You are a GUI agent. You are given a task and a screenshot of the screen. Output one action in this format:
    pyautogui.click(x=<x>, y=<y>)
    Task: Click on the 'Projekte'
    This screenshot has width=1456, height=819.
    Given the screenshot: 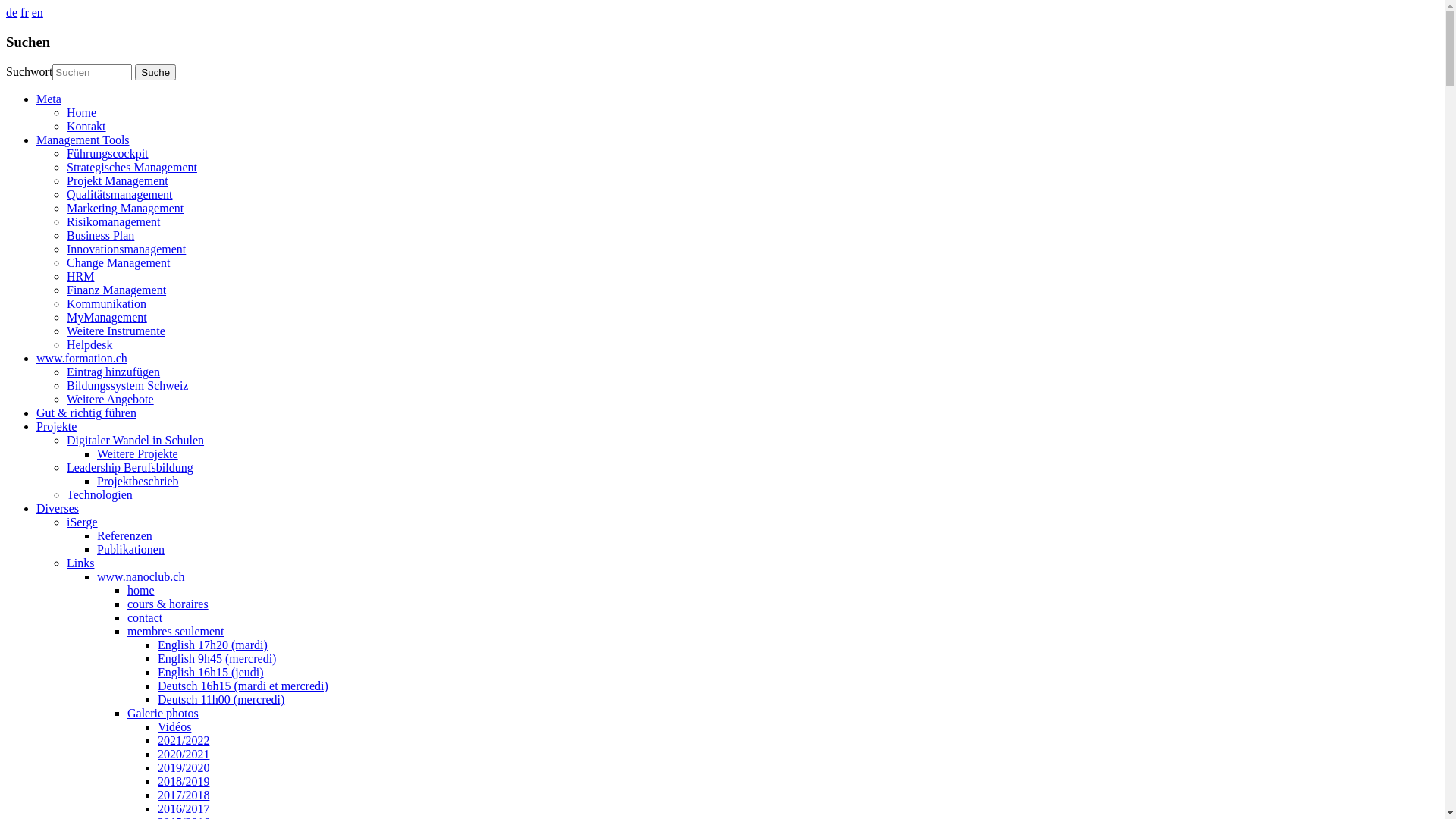 What is the action you would take?
    pyautogui.click(x=56, y=426)
    